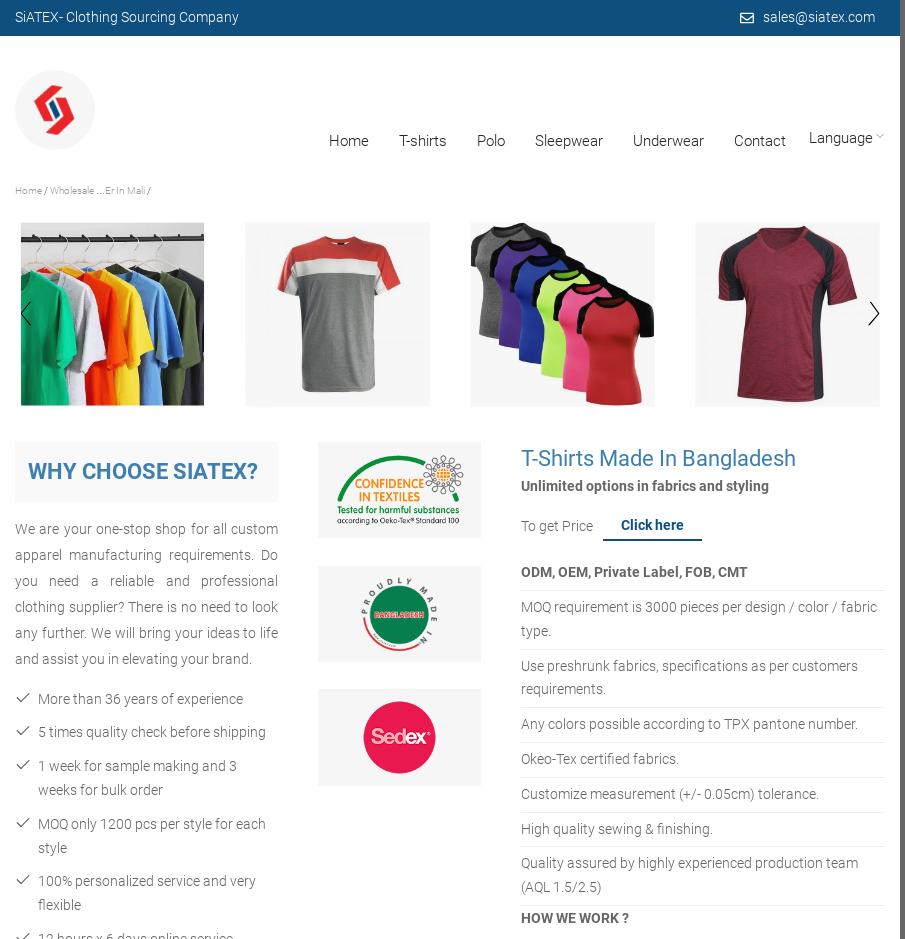 Image resolution: width=905 pixels, height=939 pixels. Describe the element at coordinates (615, 828) in the screenshot. I see `'High quality sewing & finishing.'` at that location.